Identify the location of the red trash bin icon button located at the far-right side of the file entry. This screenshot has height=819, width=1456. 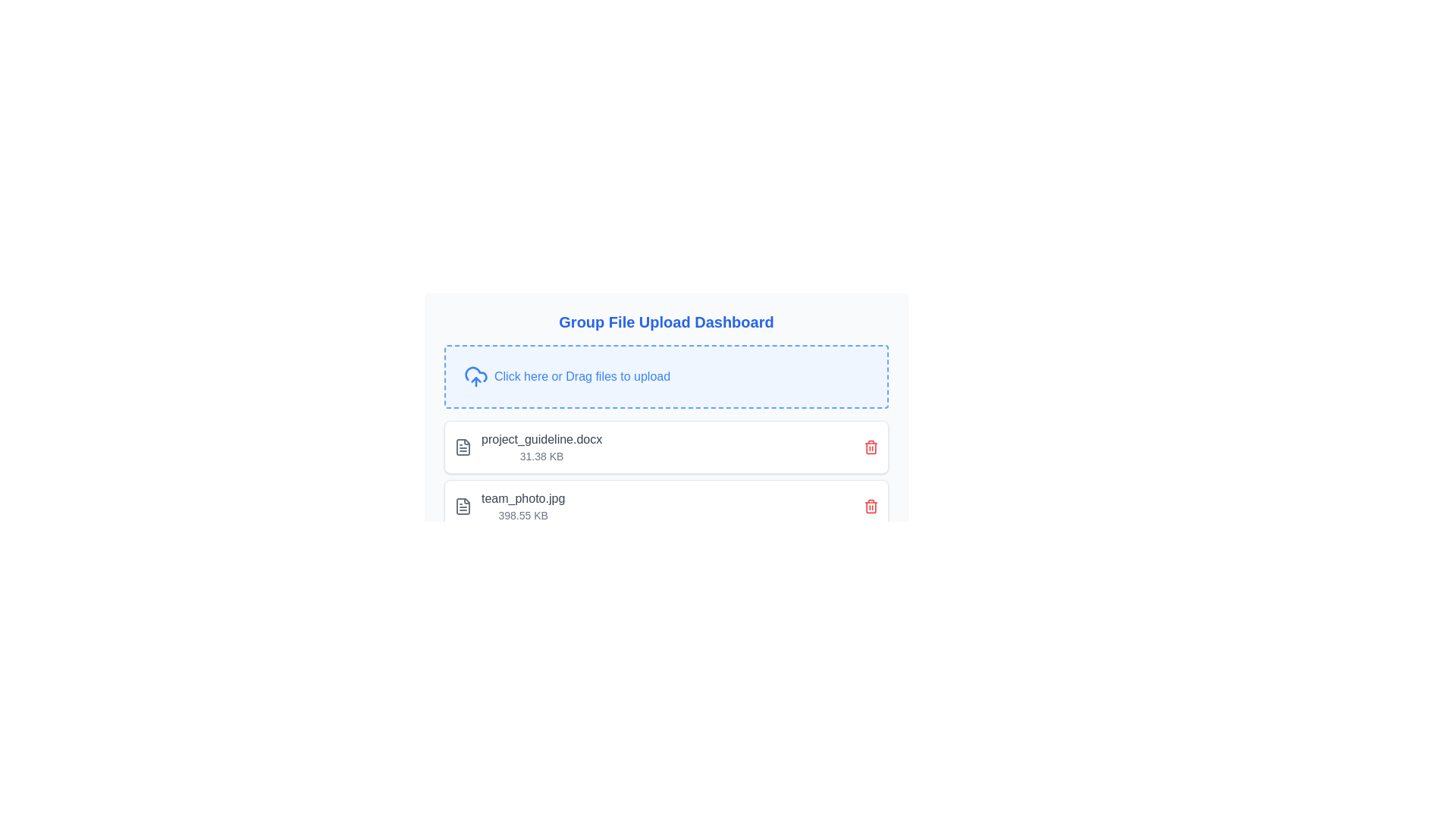
(871, 447).